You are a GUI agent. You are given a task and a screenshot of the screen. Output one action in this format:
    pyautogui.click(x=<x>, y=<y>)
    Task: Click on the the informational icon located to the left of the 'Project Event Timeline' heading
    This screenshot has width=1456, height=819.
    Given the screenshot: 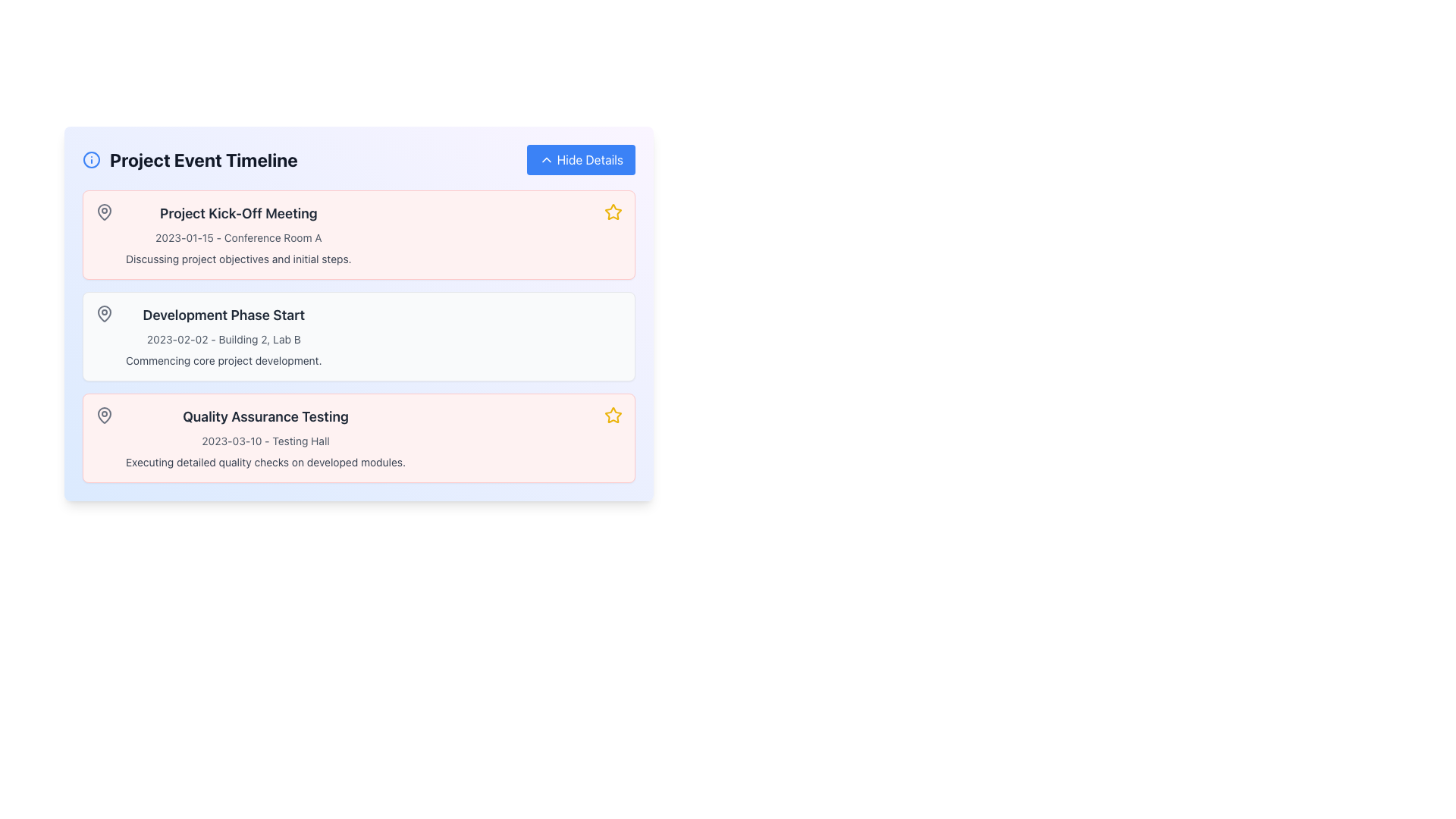 What is the action you would take?
    pyautogui.click(x=90, y=160)
    